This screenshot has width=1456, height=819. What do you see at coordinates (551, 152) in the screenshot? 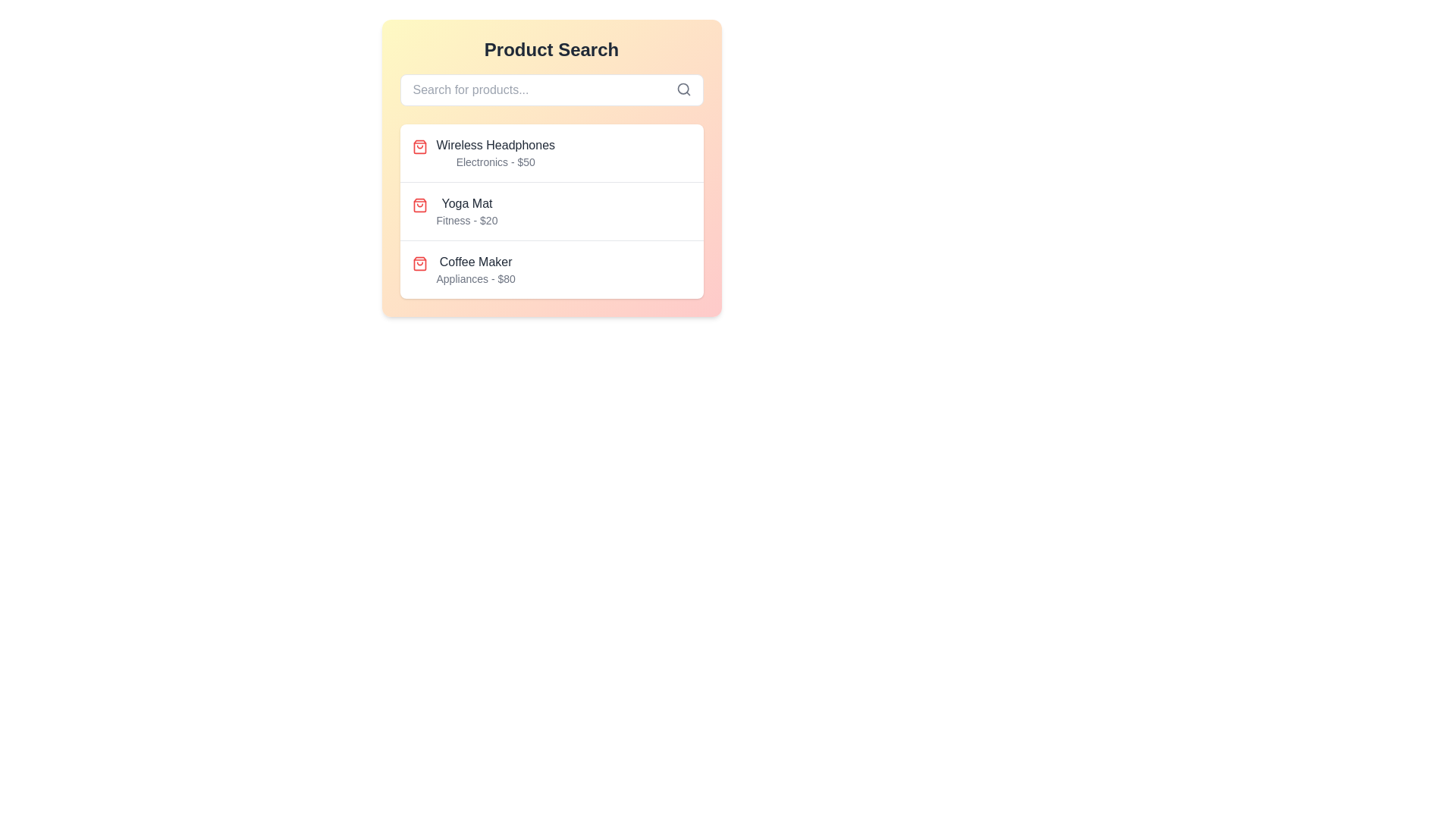
I see `the first product list item which displays 'Wireless Headphones' in bold and an icon resembling a shopping bag to the left` at bounding box center [551, 152].